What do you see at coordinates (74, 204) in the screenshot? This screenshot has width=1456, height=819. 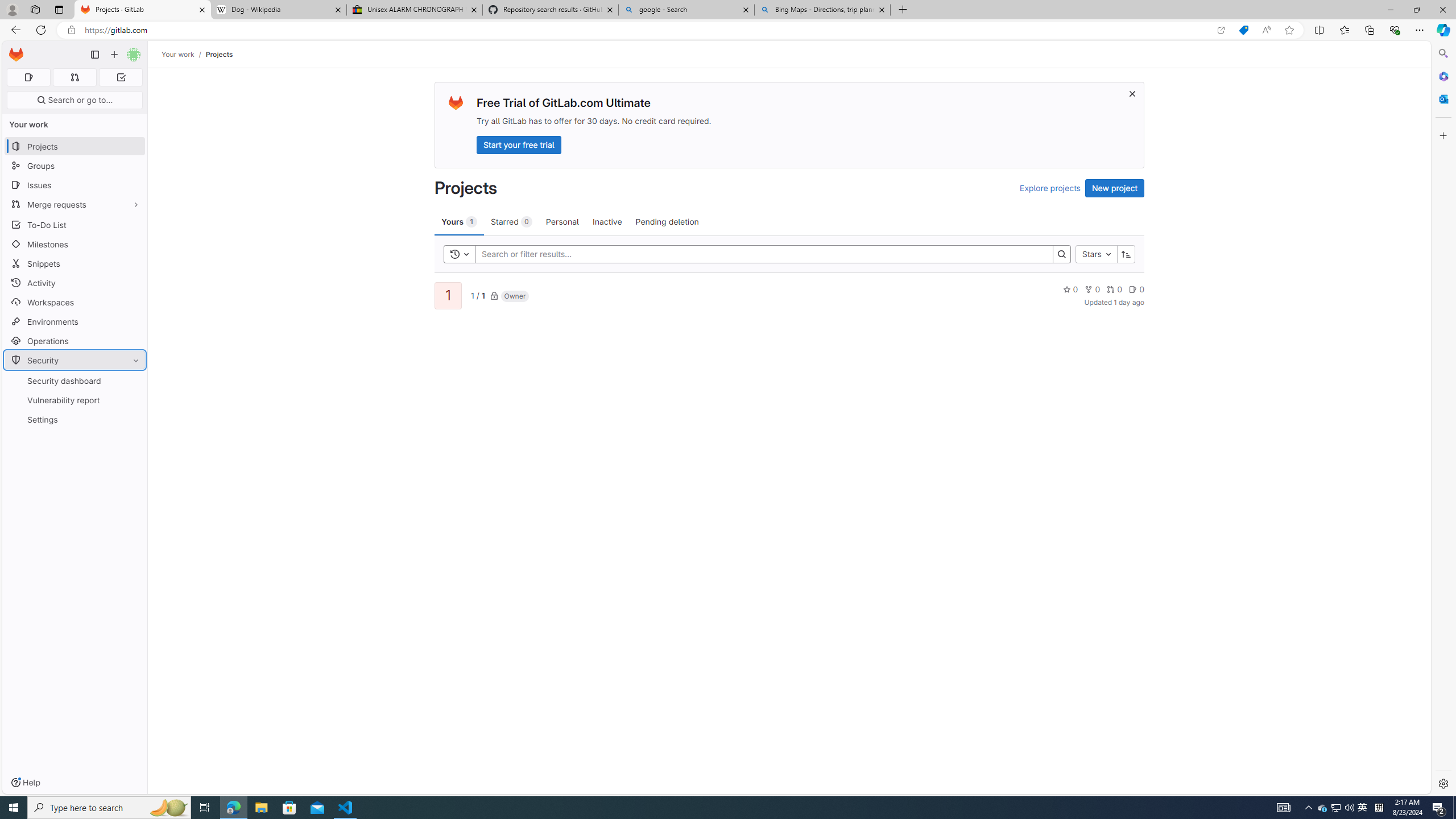 I see `'Merge requests'` at bounding box center [74, 204].